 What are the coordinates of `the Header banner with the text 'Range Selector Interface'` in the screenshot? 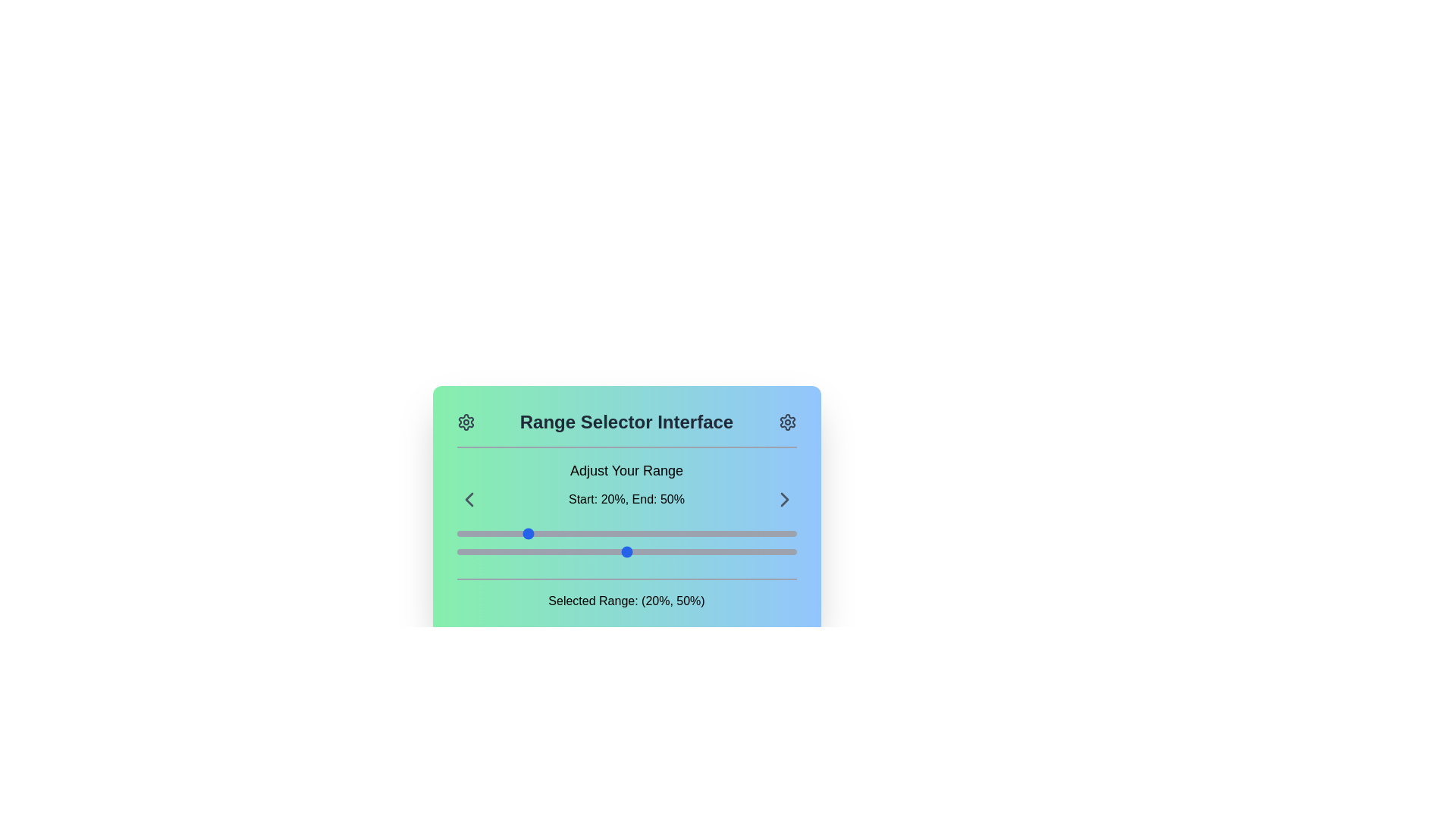 It's located at (626, 429).